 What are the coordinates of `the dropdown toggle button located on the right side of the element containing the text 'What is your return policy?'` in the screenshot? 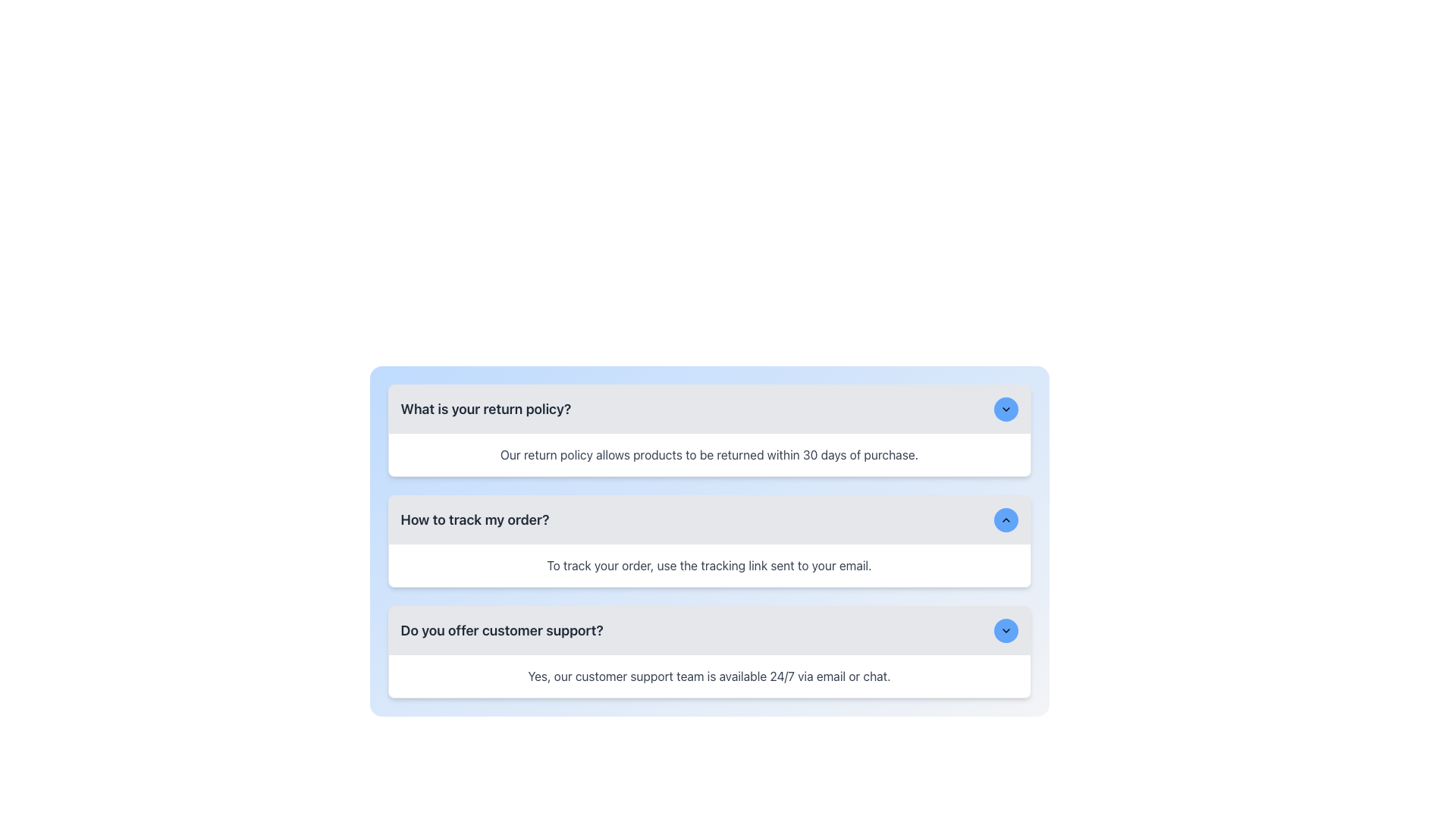 It's located at (1006, 409).